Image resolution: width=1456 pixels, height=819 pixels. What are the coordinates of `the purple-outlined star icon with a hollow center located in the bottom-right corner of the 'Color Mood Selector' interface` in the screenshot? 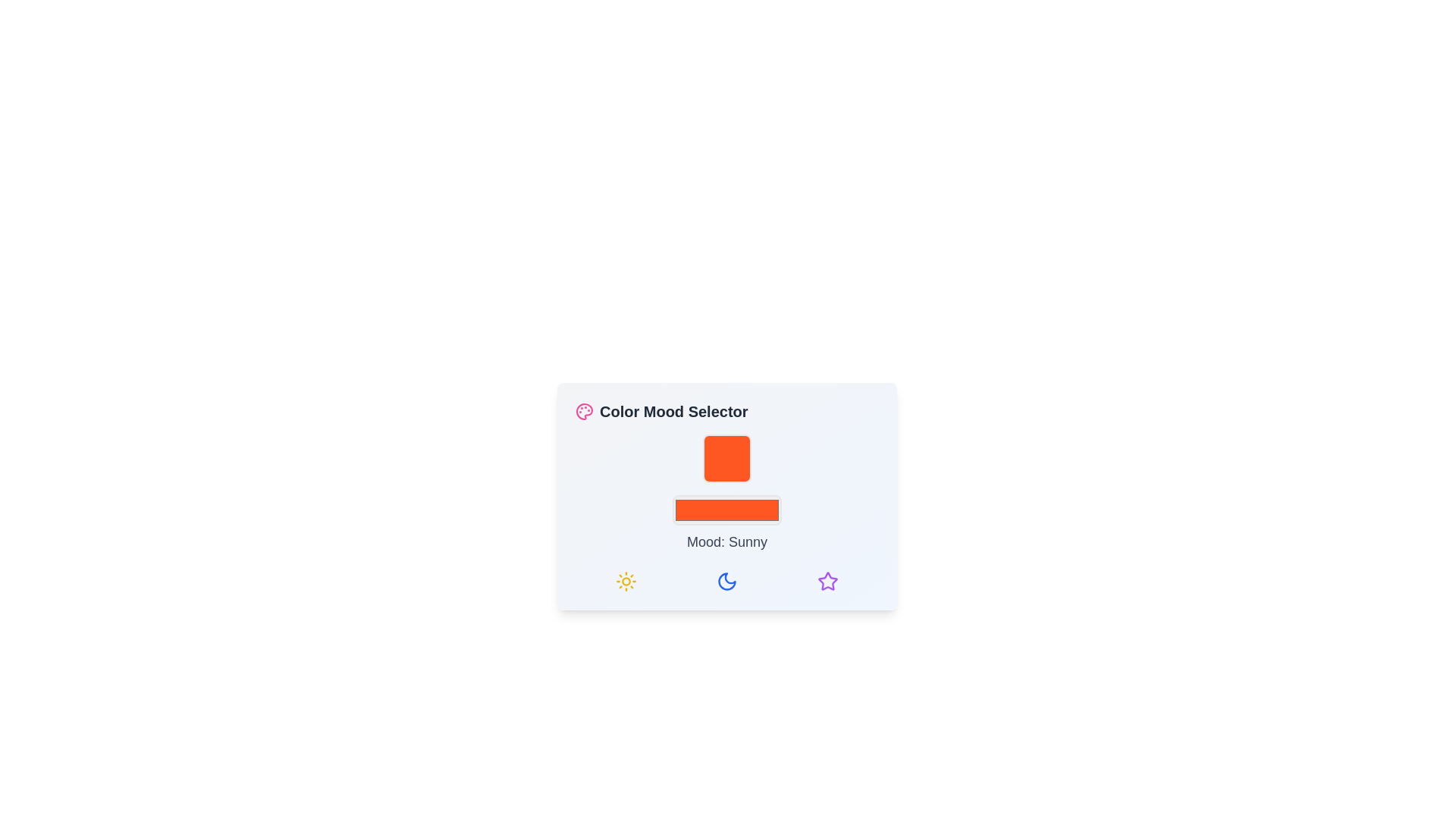 It's located at (827, 580).